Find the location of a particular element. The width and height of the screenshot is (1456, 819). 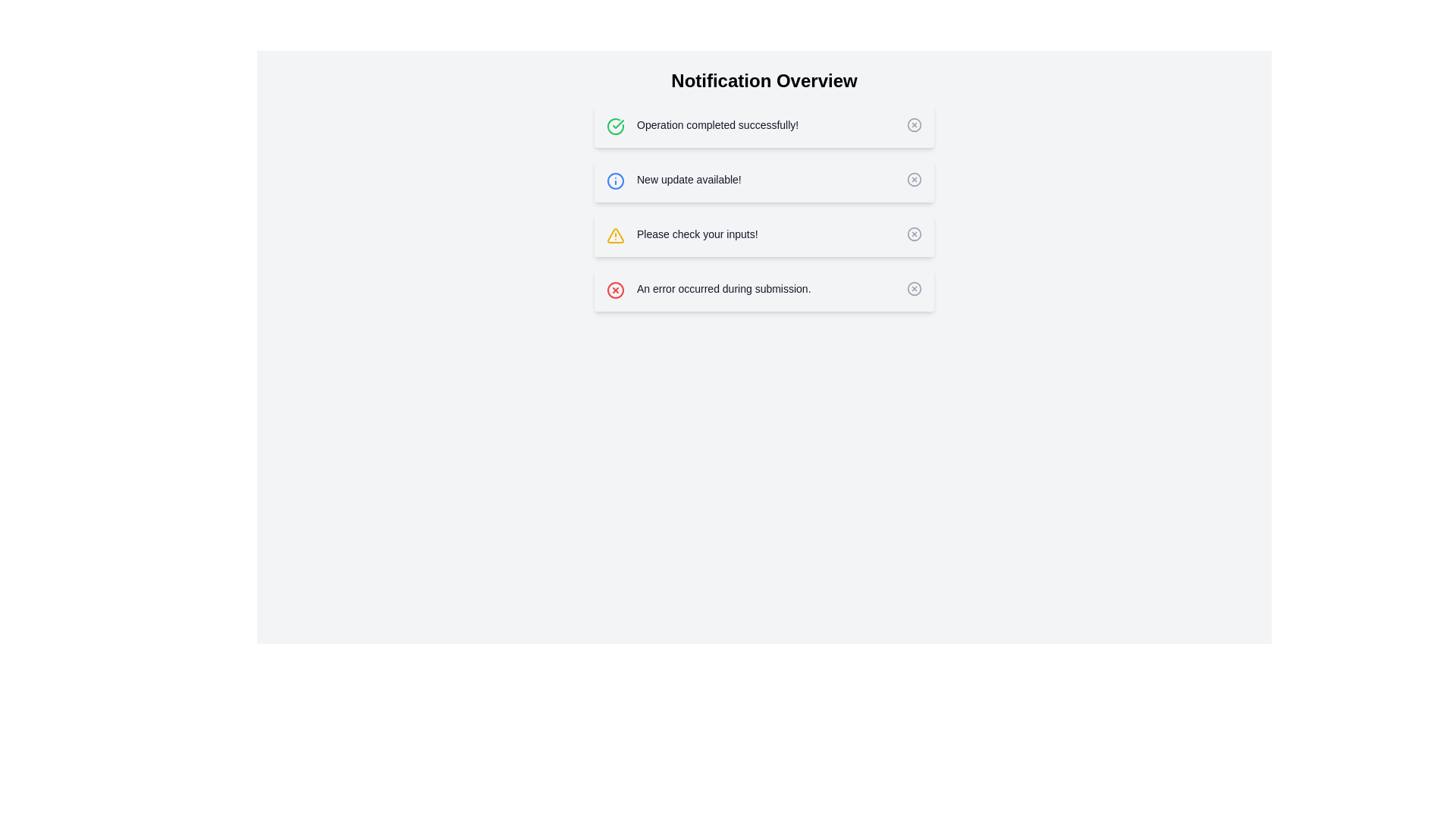

the circular SVG graphic element that is part of the error notification, which is located to the far right of the last notification item indicating 'An error occurred during submission.' is located at coordinates (913, 289).